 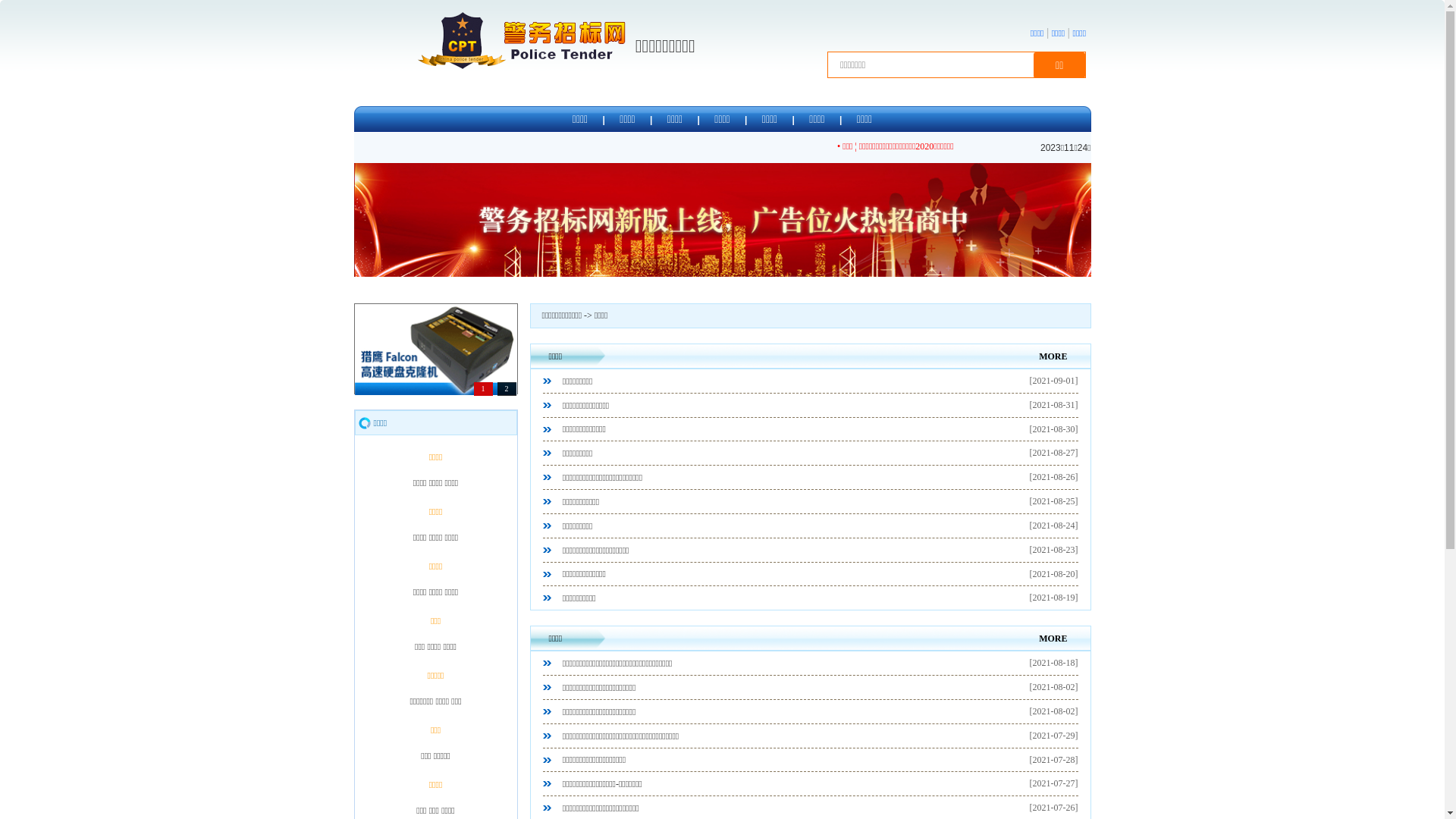 What do you see at coordinates (1052, 356) in the screenshot?
I see `'MORE'` at bounding box center [1052, 356].